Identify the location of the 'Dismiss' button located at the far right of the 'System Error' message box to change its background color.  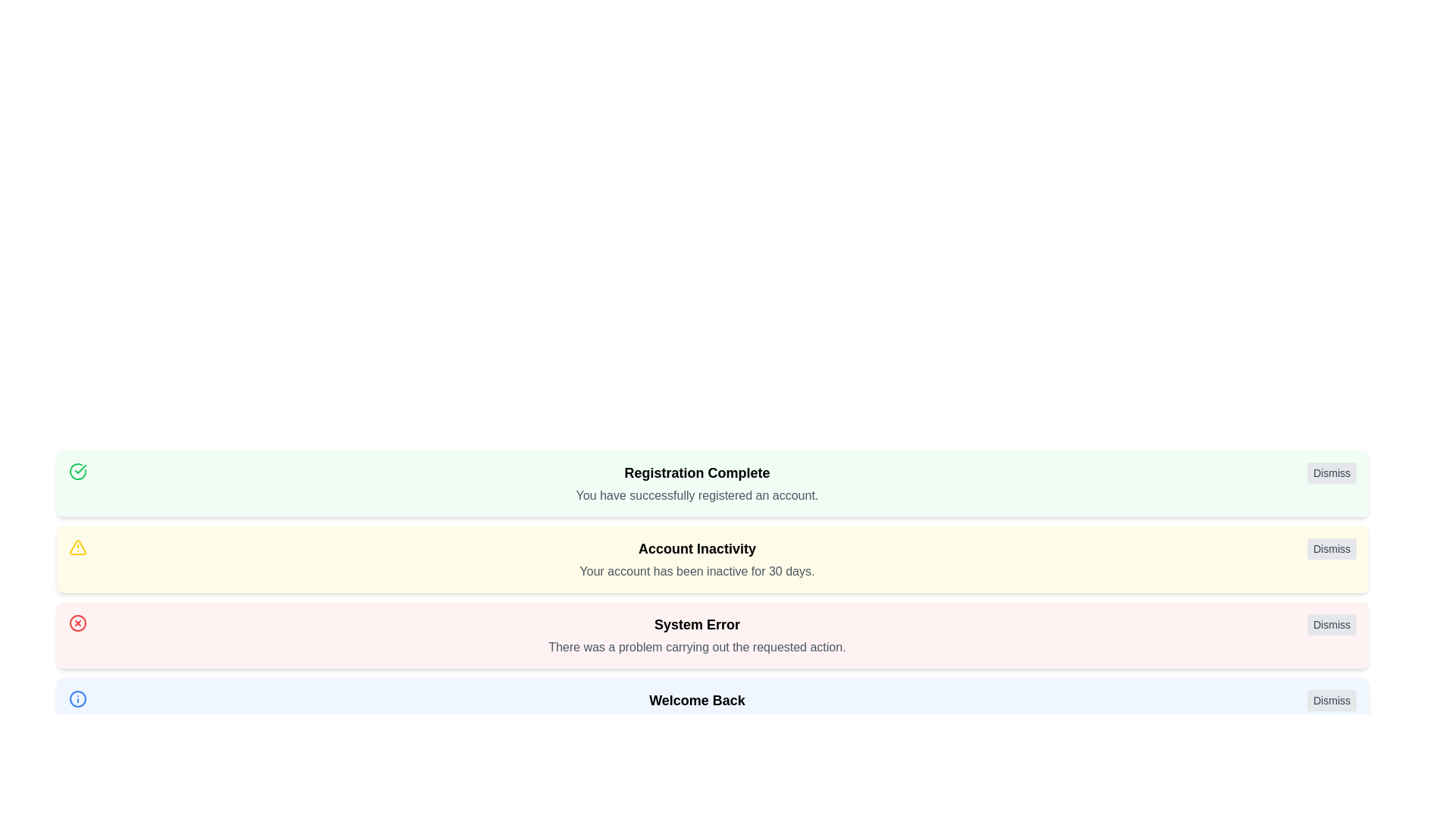
(1331, 625).